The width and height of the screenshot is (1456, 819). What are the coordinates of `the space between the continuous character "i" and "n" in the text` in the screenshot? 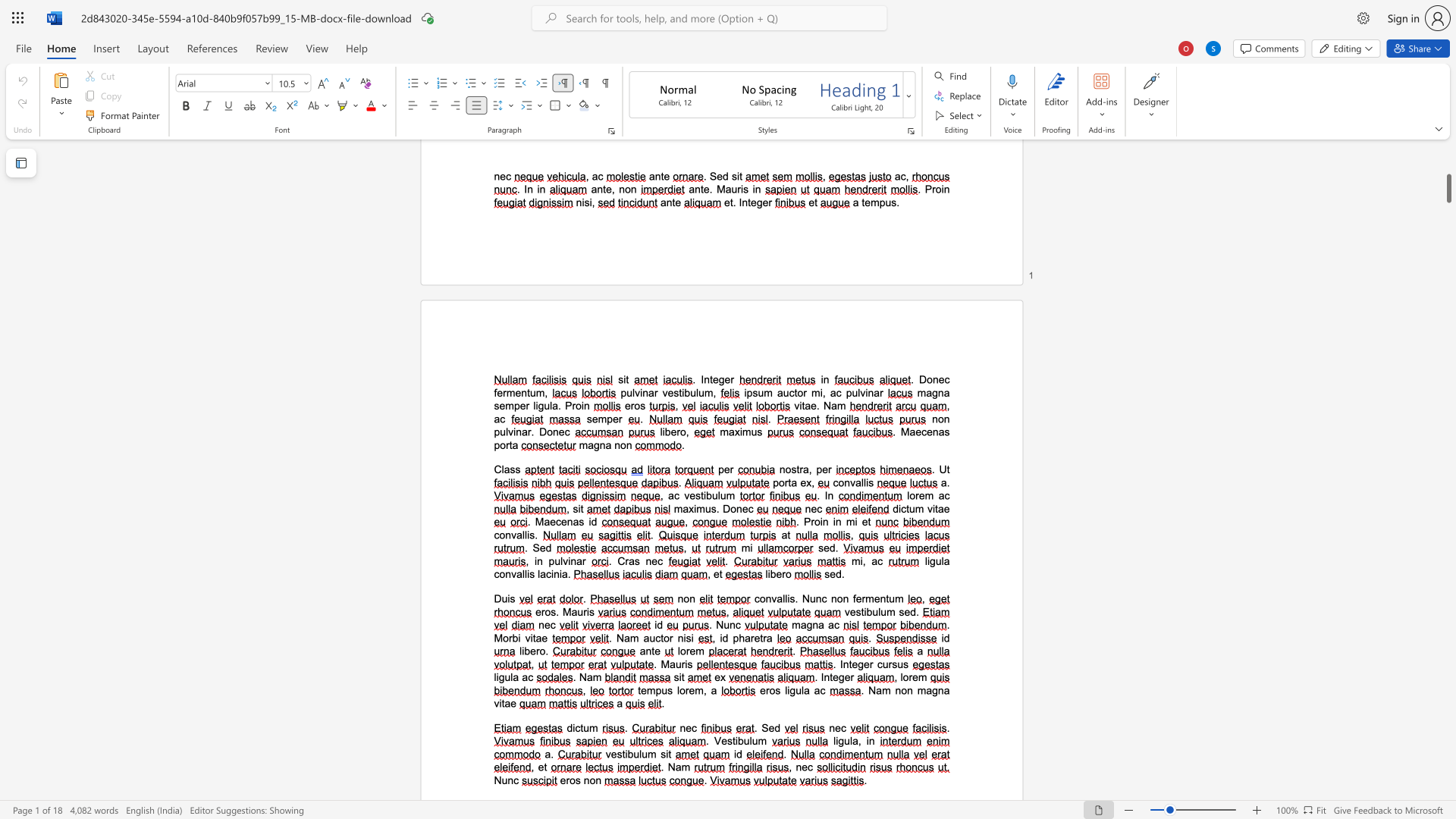 It's located at (554, 574).